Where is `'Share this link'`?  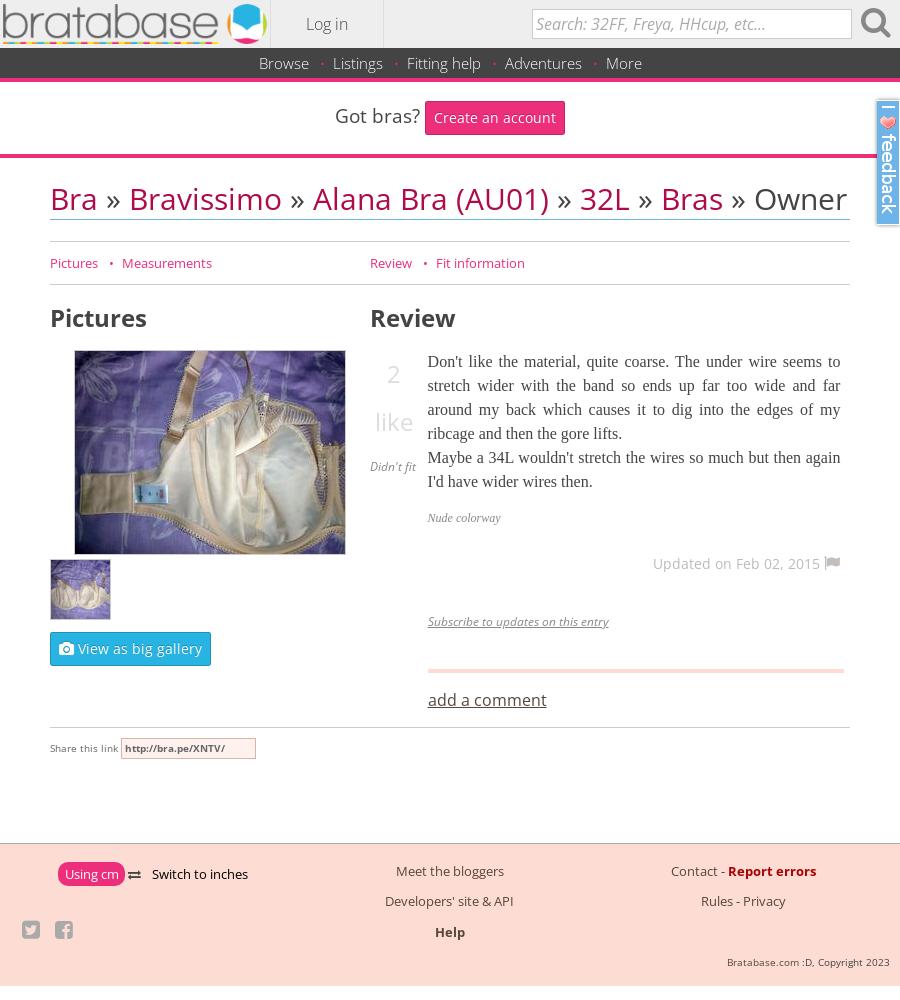
'Share this link' is located at coordinates (84, 747).